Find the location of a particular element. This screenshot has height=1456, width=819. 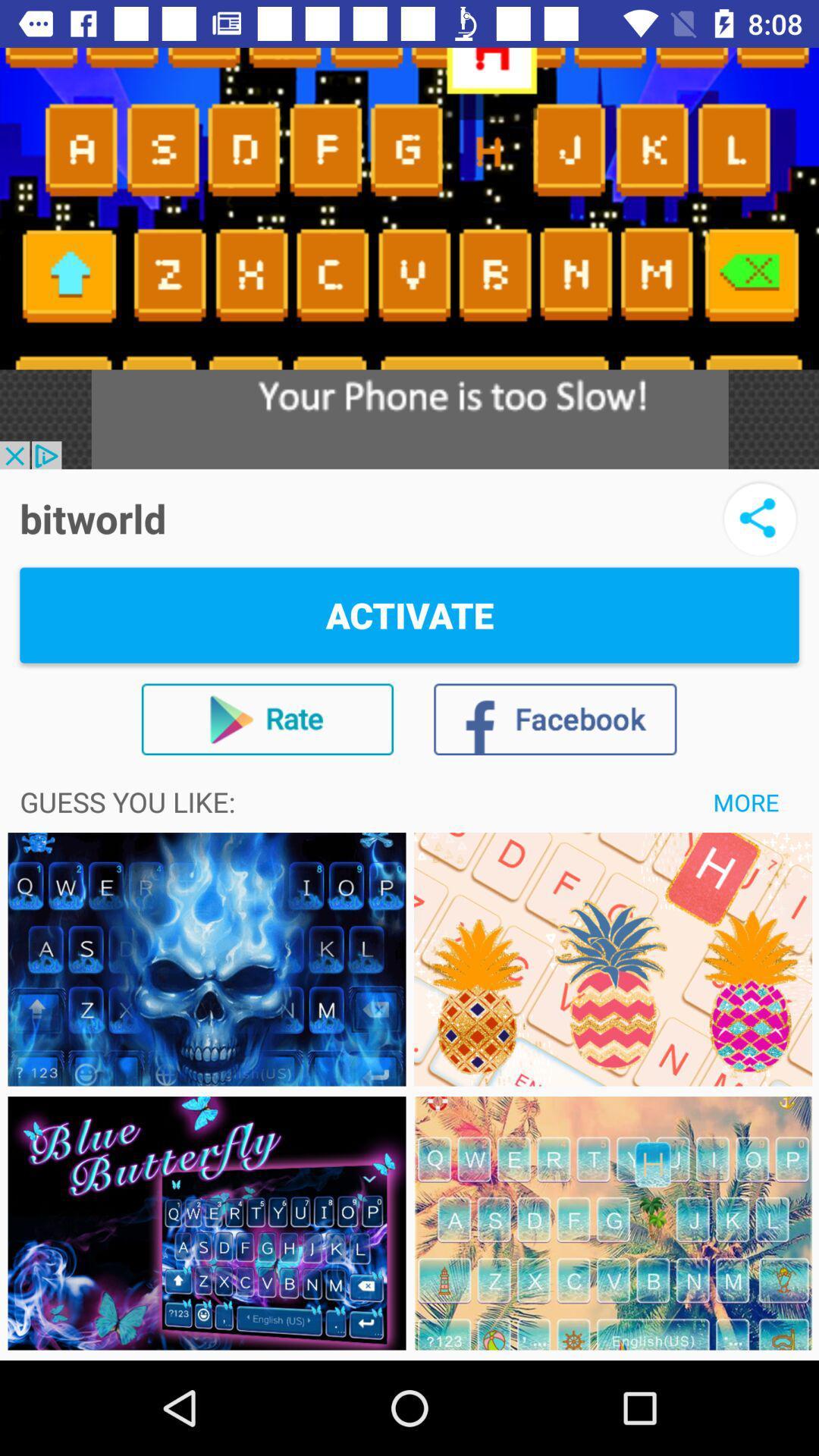

the icon below the activate is located at coordinates (266, 718).